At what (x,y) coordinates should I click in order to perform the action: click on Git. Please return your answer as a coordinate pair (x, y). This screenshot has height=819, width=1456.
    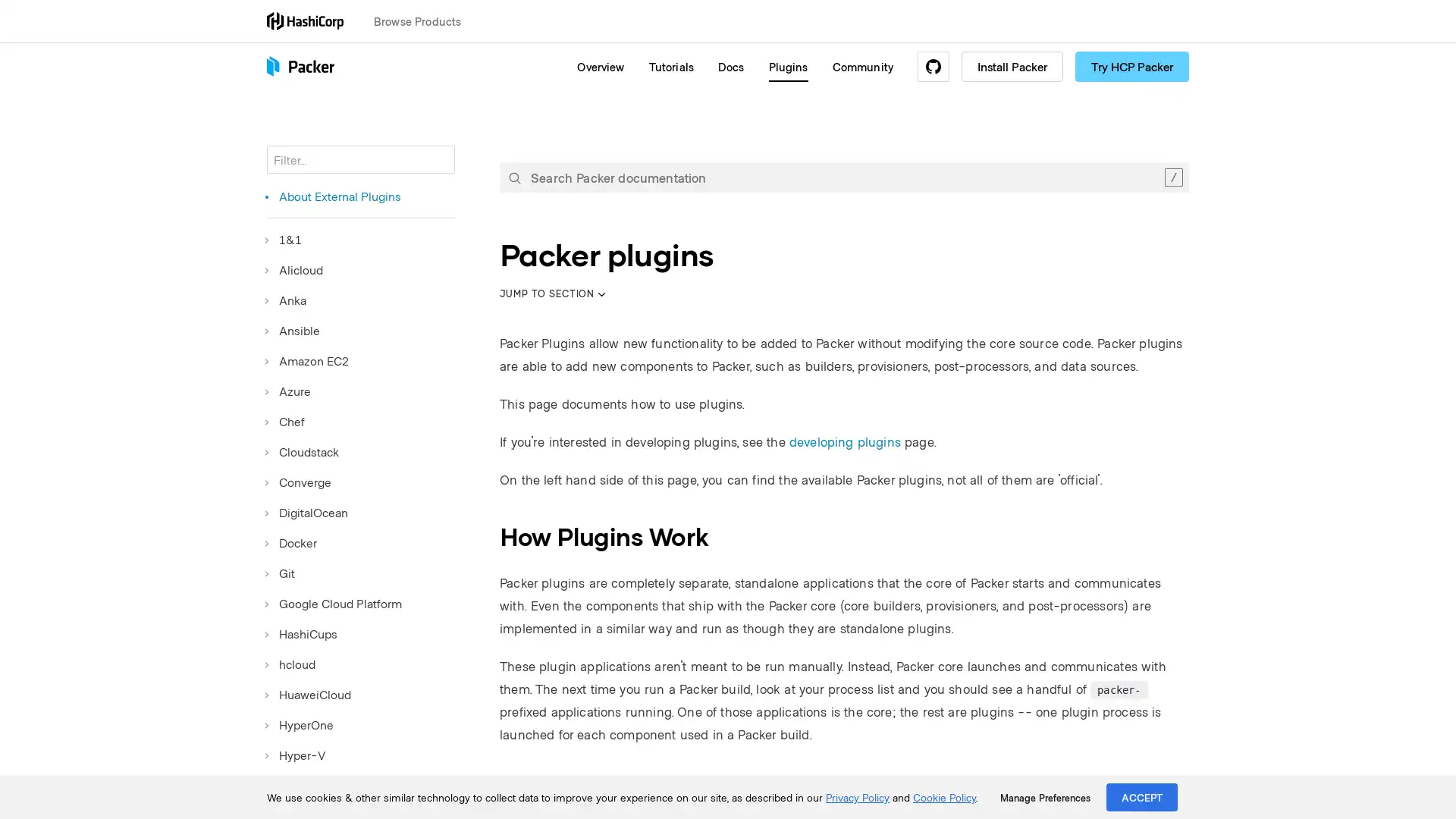
    Looking at the image, I should click on (281, 573).